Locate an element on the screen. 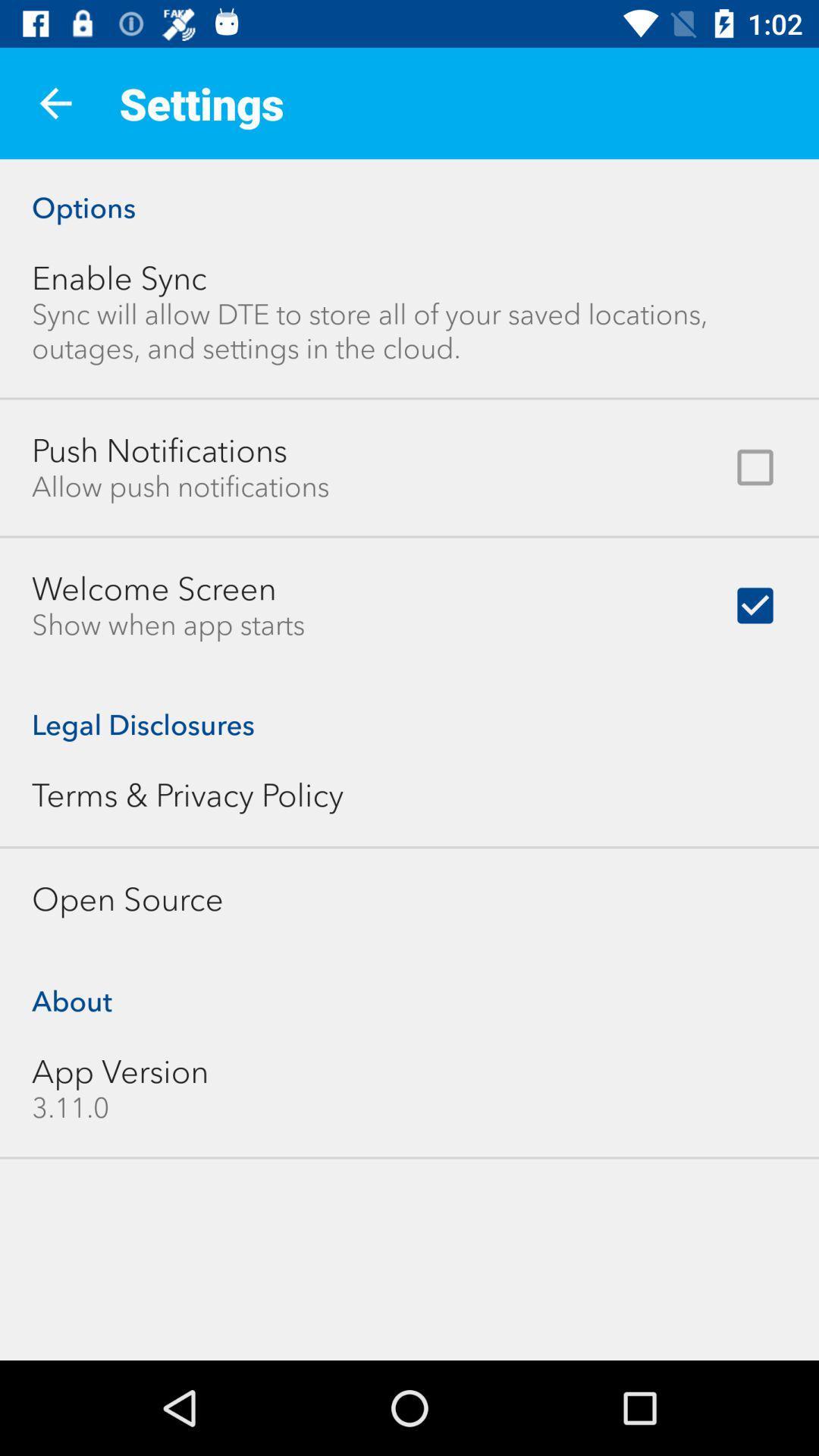 The width and height of the screenshot is (819, 1456). icon above show when app icon is located at coordinates (154, 588).